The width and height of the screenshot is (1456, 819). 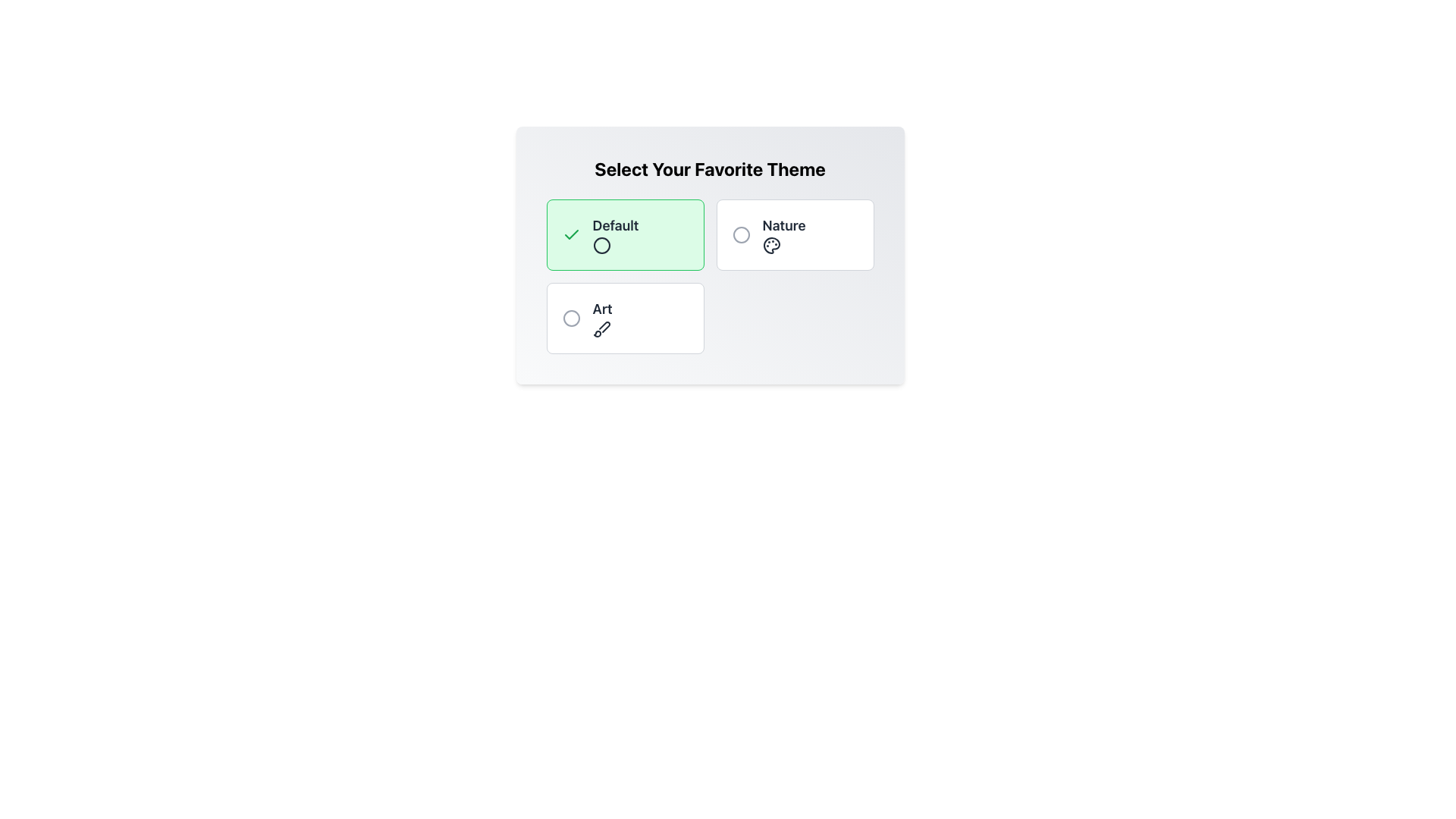 What do you see at coordinates (601, 309) in the screenshot?
I see `the text label displaying 'Art' which is located within a white box beneath the 'Default' option and to the left of a brush icon` at bounding box center [601, 309].